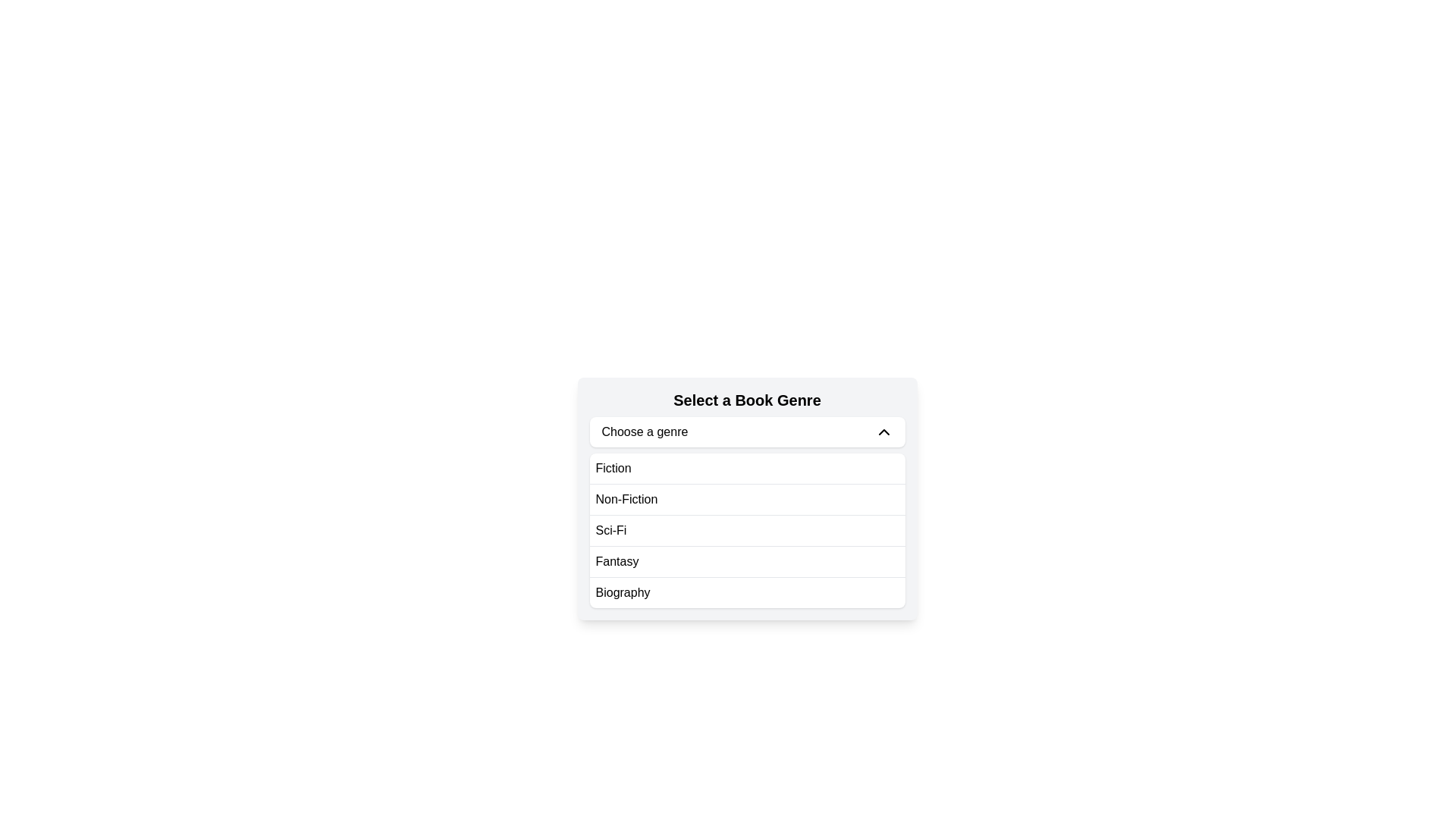 This screenshot has width=1456, height=819. I want to click on the 'Biography' genre option in the dropdown list, so click(623, 592).